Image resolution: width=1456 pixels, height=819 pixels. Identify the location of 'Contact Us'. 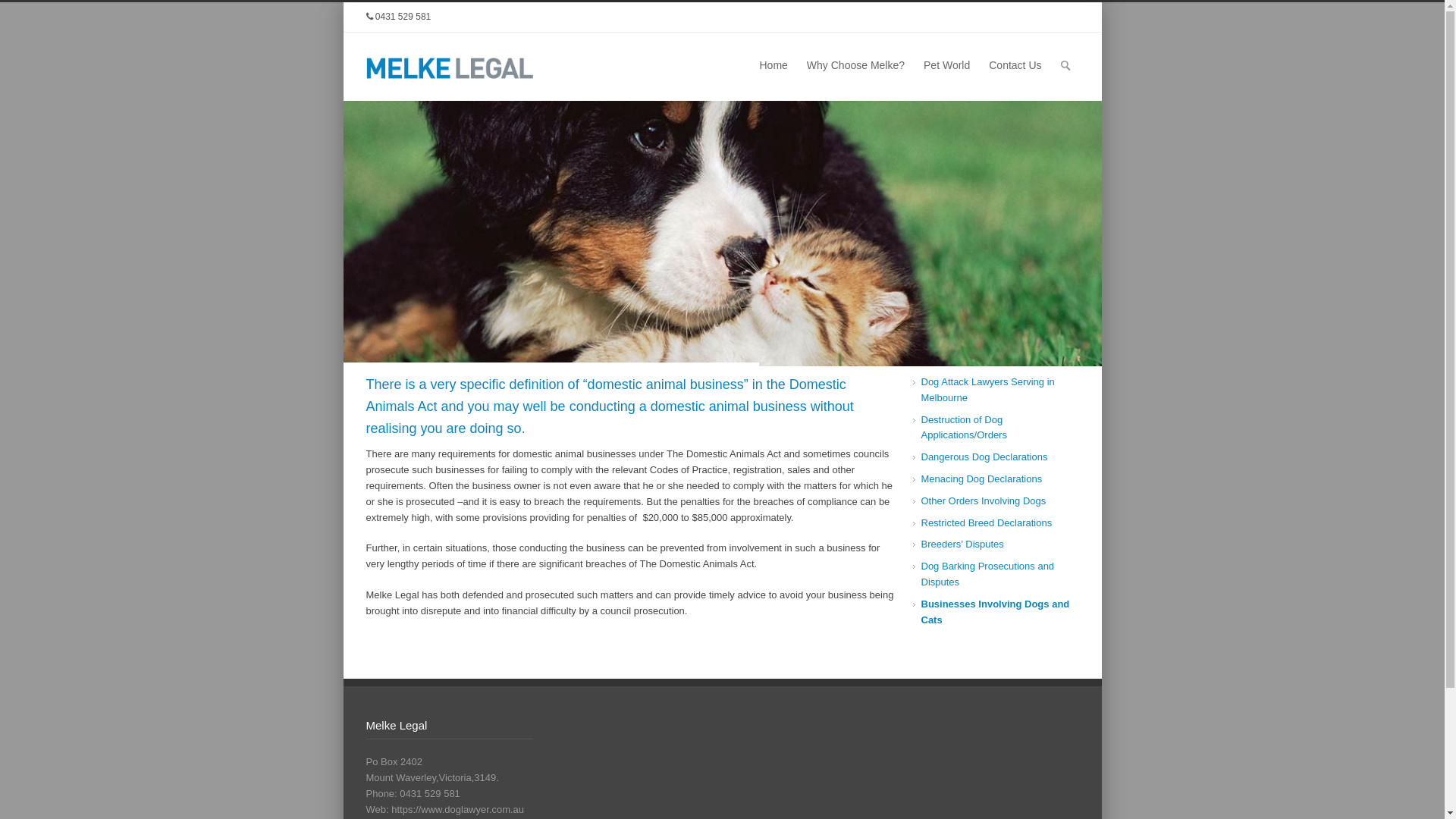
(1015, 66).